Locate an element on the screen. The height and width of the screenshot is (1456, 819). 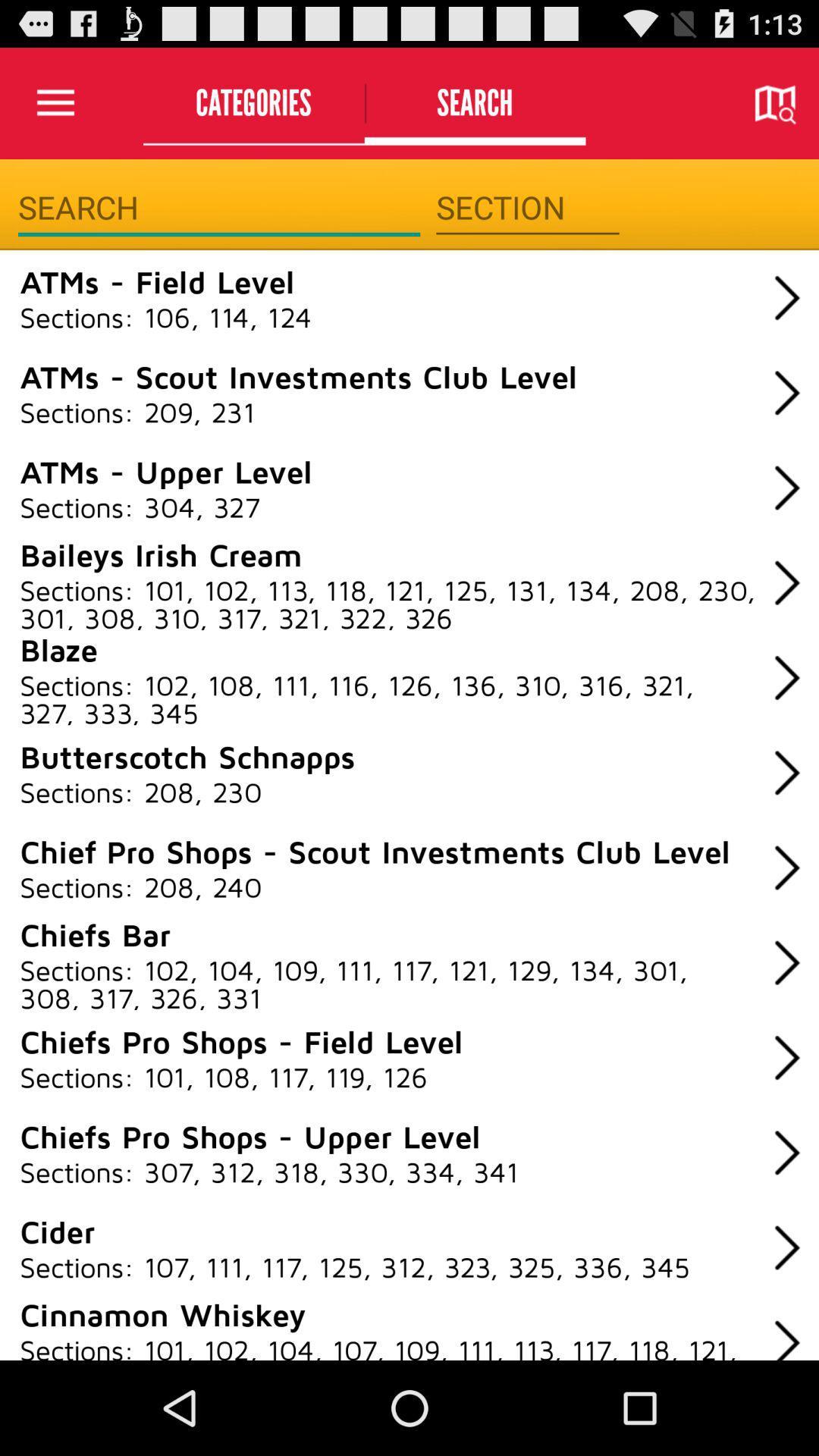
item to the left of categories icon is located at coordinates (55, 102).